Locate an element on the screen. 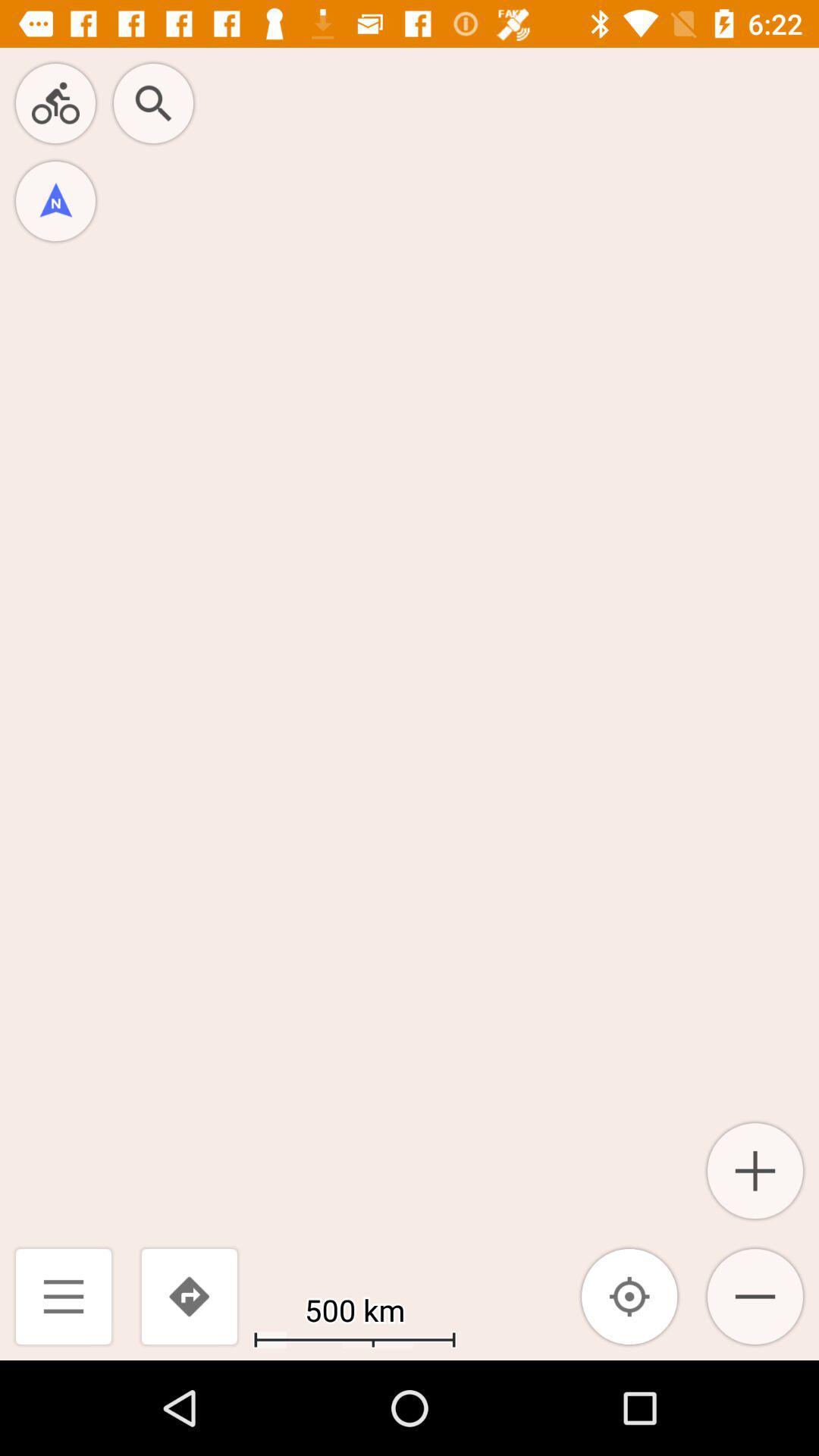 The image size is (819, 1456). the menu icon is located at coordinates (63, 1295).